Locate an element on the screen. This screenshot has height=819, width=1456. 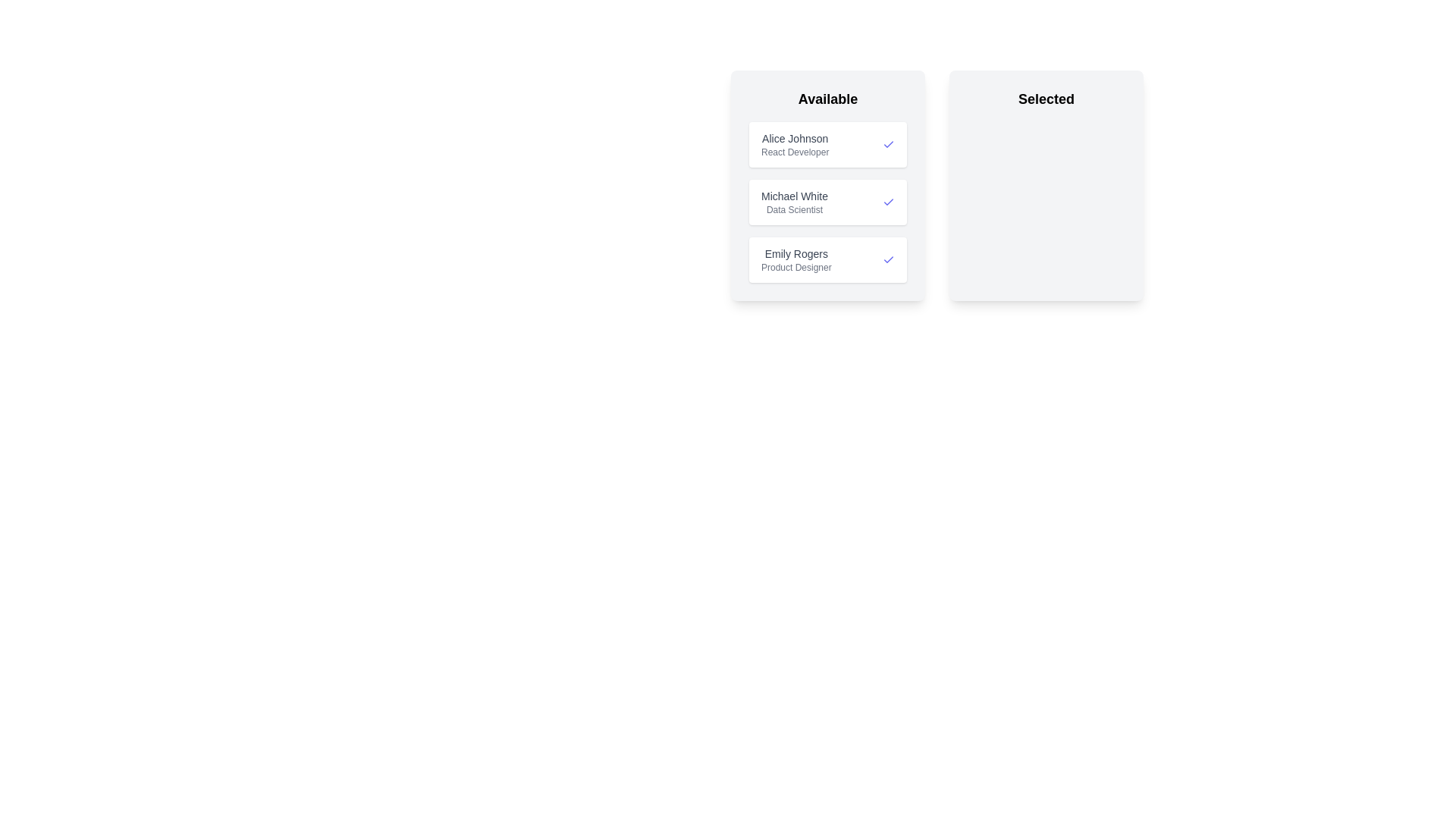
the candidate entry Alice Johnson is located at coordinates (827, 145).